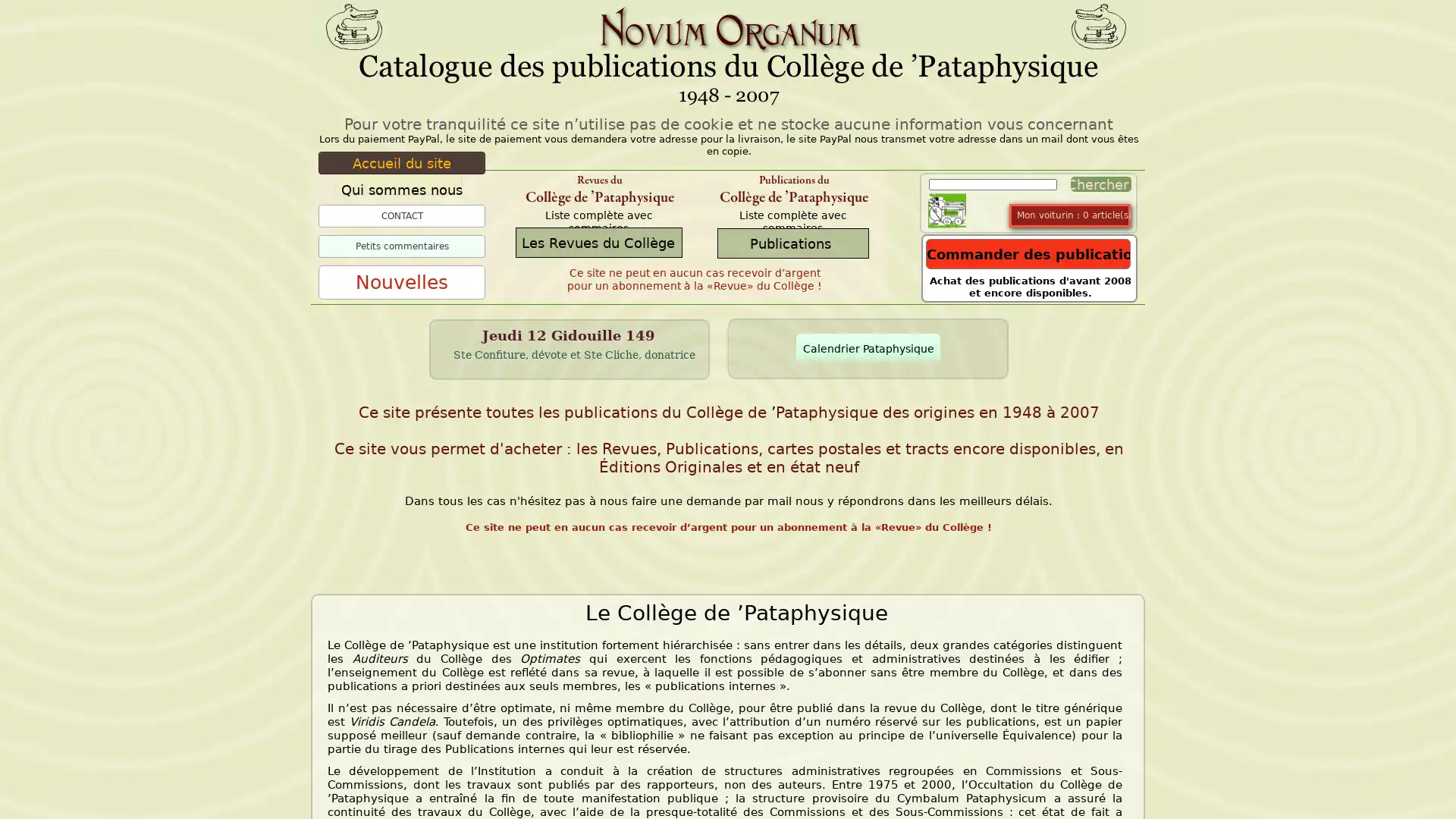 The width and height of the screenshot is (1456, 819). I want to click on Commander des publications, so click(1028, 253).